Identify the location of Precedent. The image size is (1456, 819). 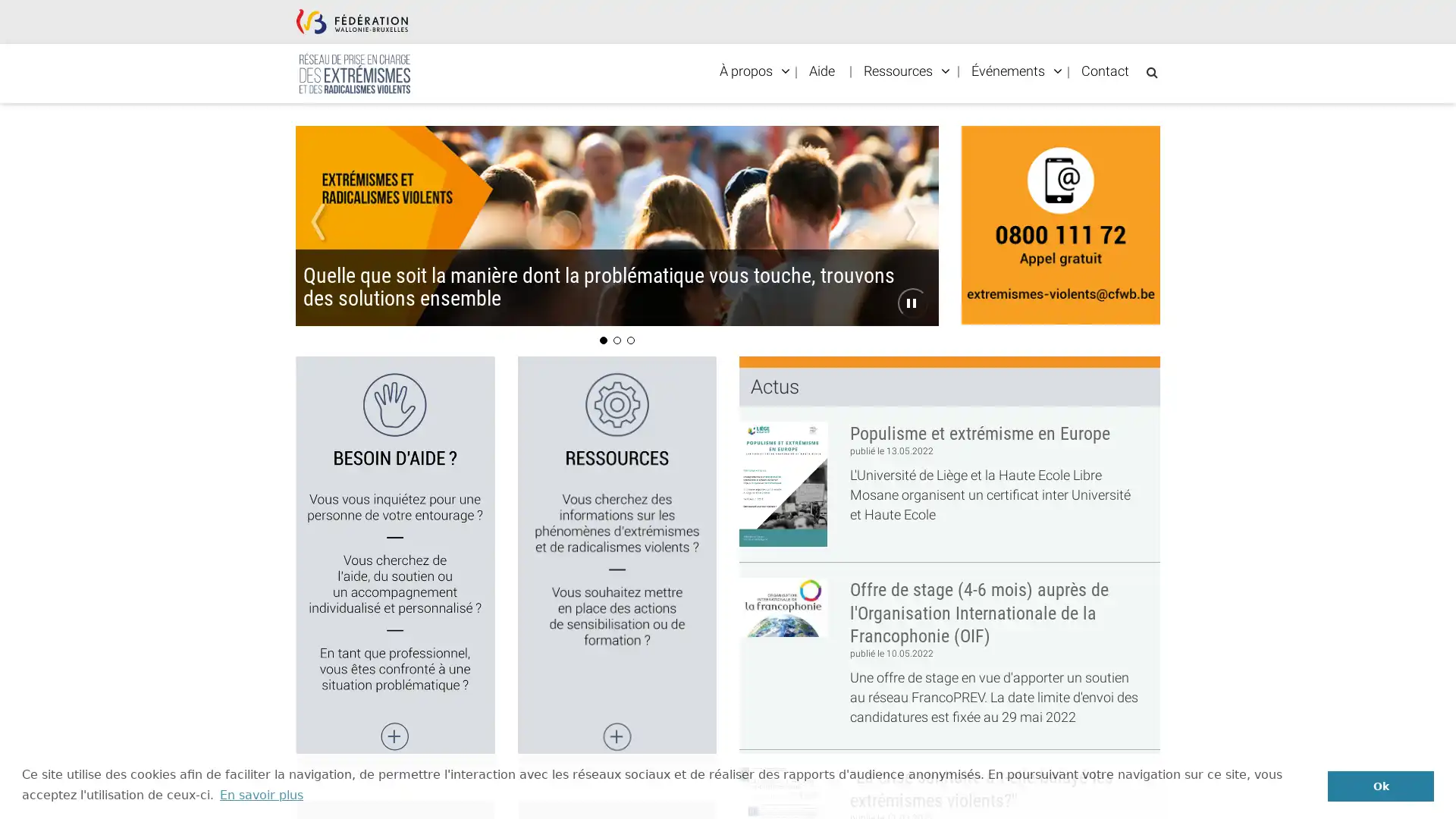
(343, 212).